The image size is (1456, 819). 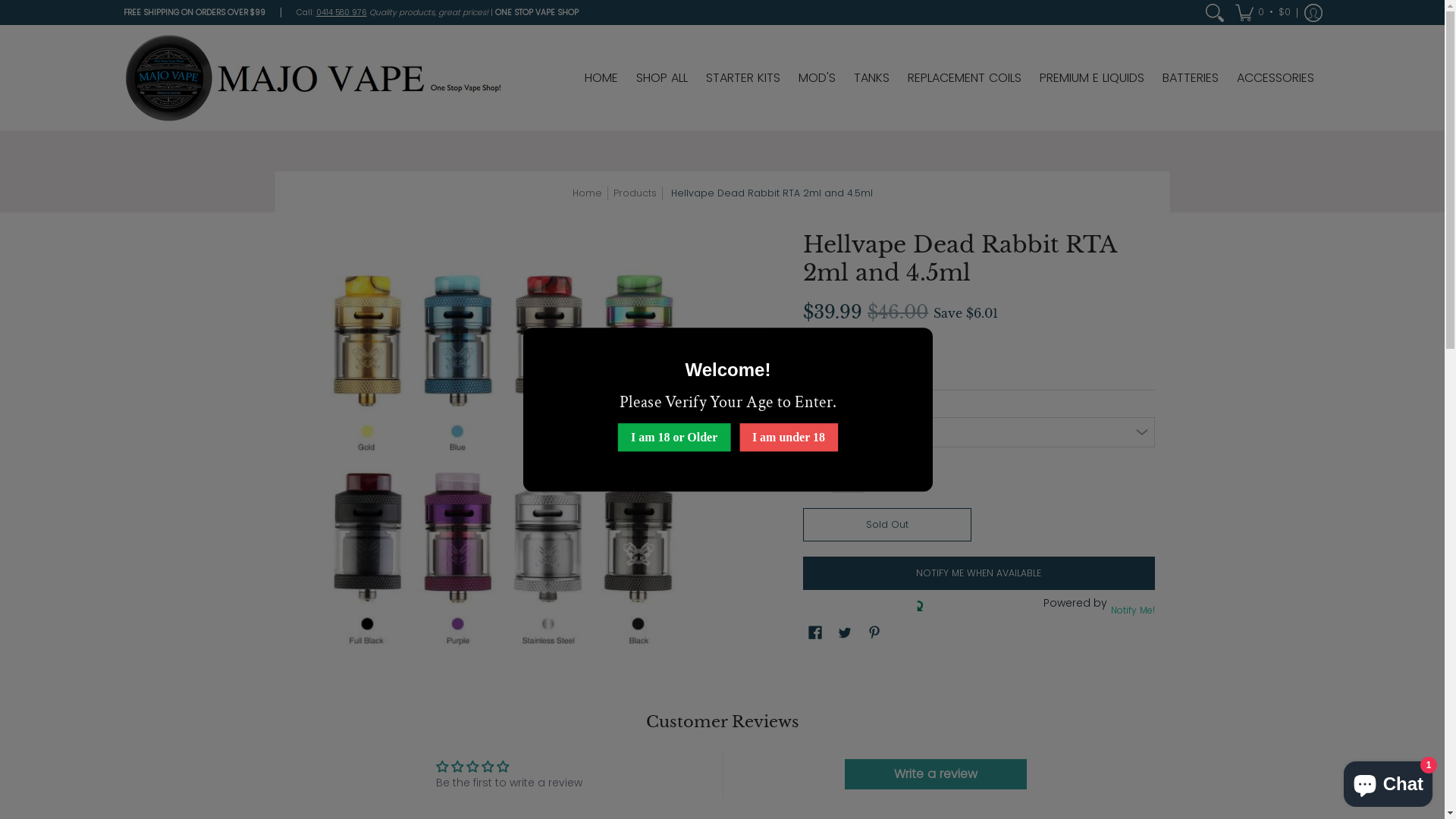 What do you see at coordinates (1200, 12) in the screenshot?
I see `'Search'` at bounding box center [1200, 12].